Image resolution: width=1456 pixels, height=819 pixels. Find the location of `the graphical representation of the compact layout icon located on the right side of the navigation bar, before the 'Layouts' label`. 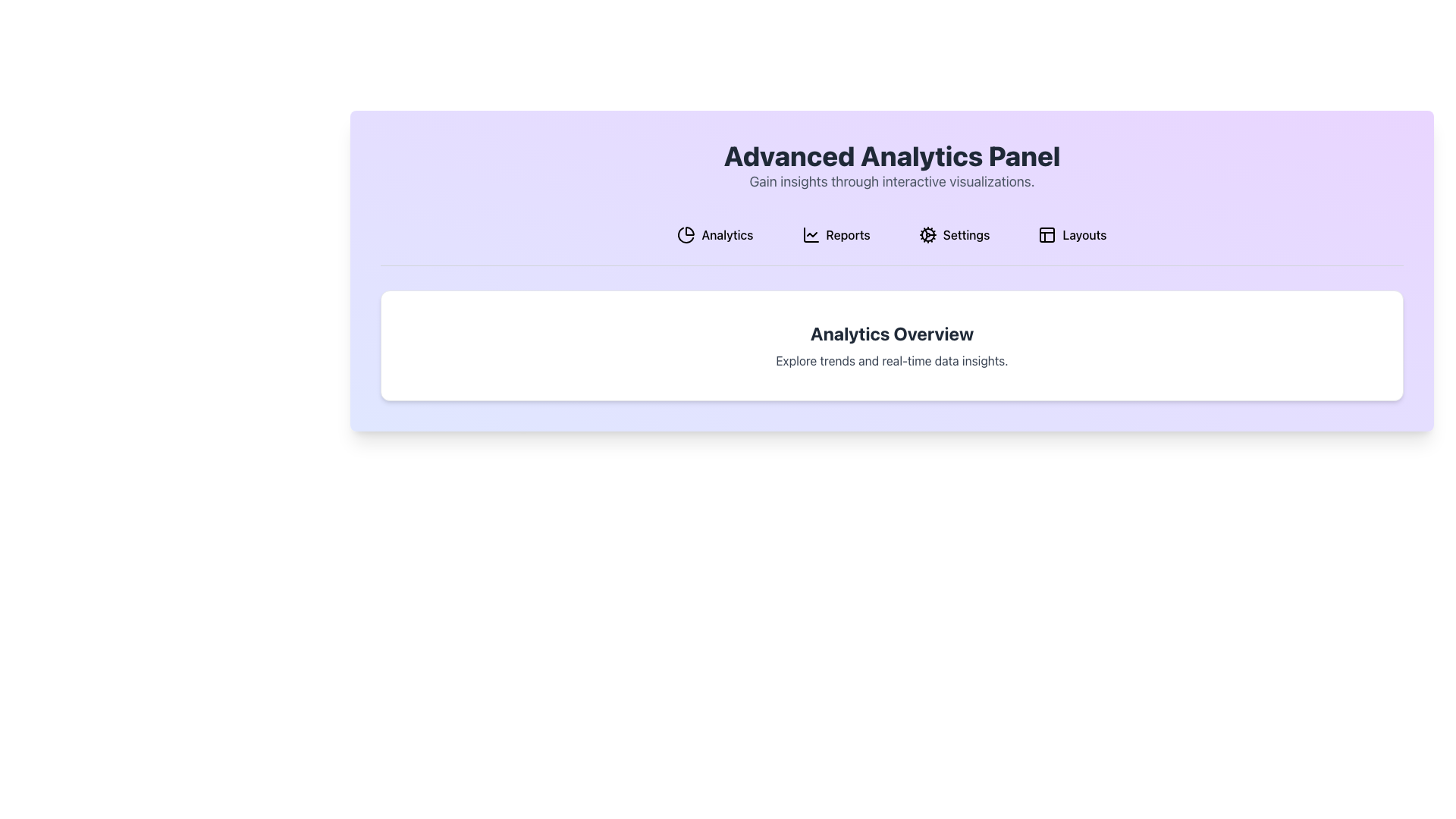

the graphical representation of the compact layout icon located on the right side of the navigation bar, before the 'Layouts' label is located at coordinates (1046, 234).